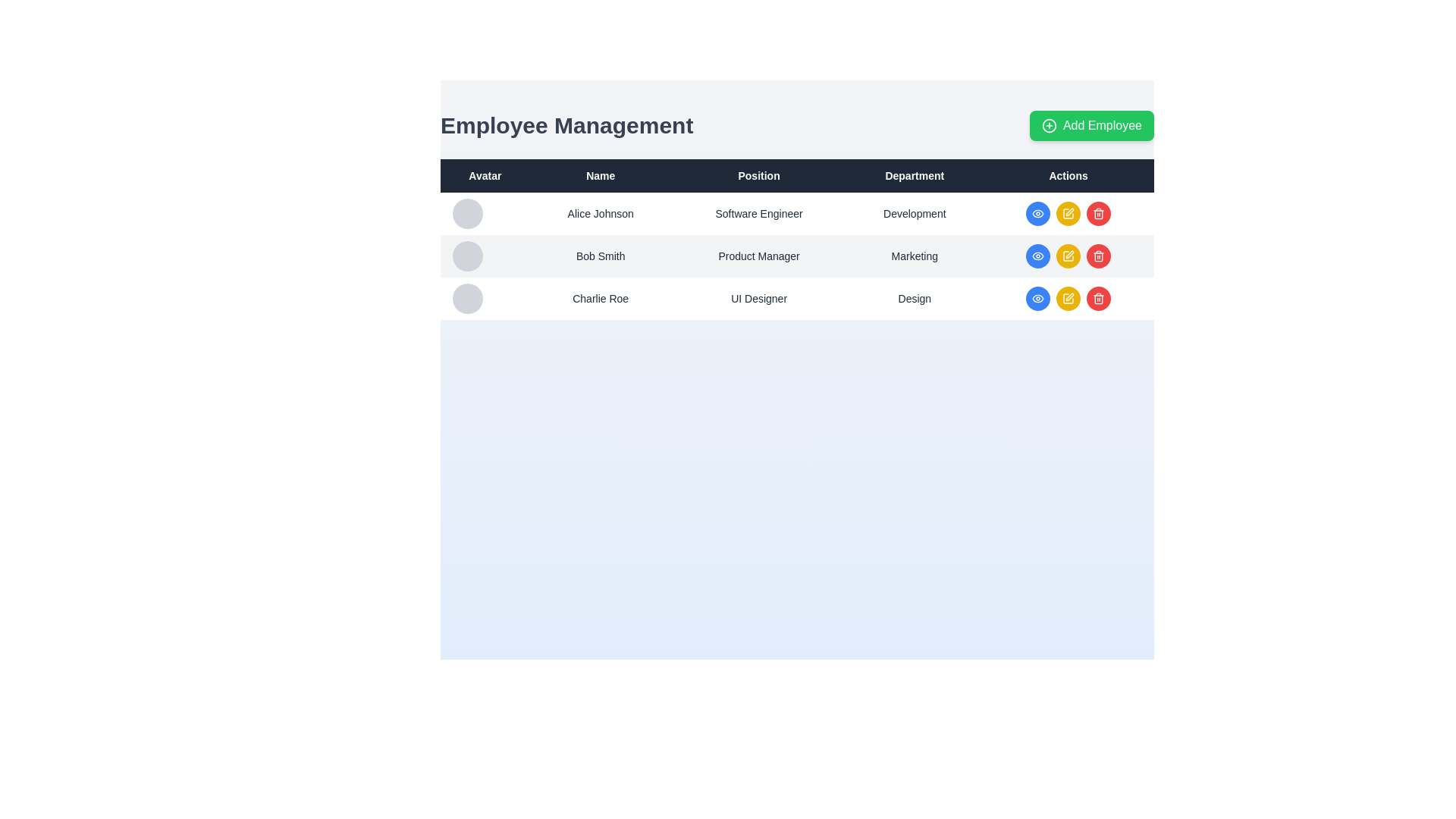 The image size is (1456, 819). What do you see at coordinates (1099, 213) in the screenshot?
I see `the circular red button with a white trash can icon located in the 'Actions' column of the first row under 'Employee Management'` at bounding box center [1099, 213].